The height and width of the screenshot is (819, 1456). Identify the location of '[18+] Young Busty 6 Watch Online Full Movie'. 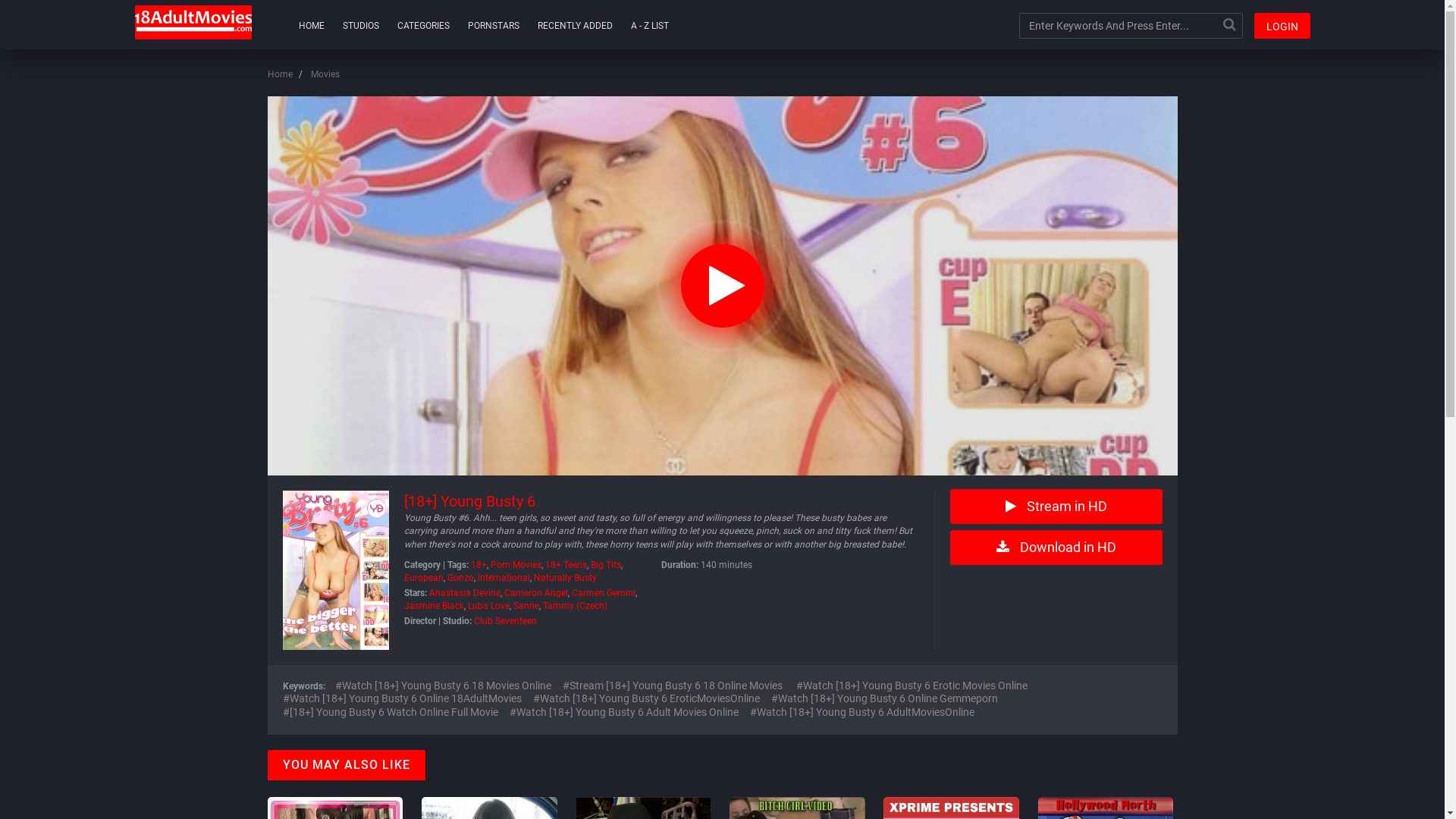
(282, 713).